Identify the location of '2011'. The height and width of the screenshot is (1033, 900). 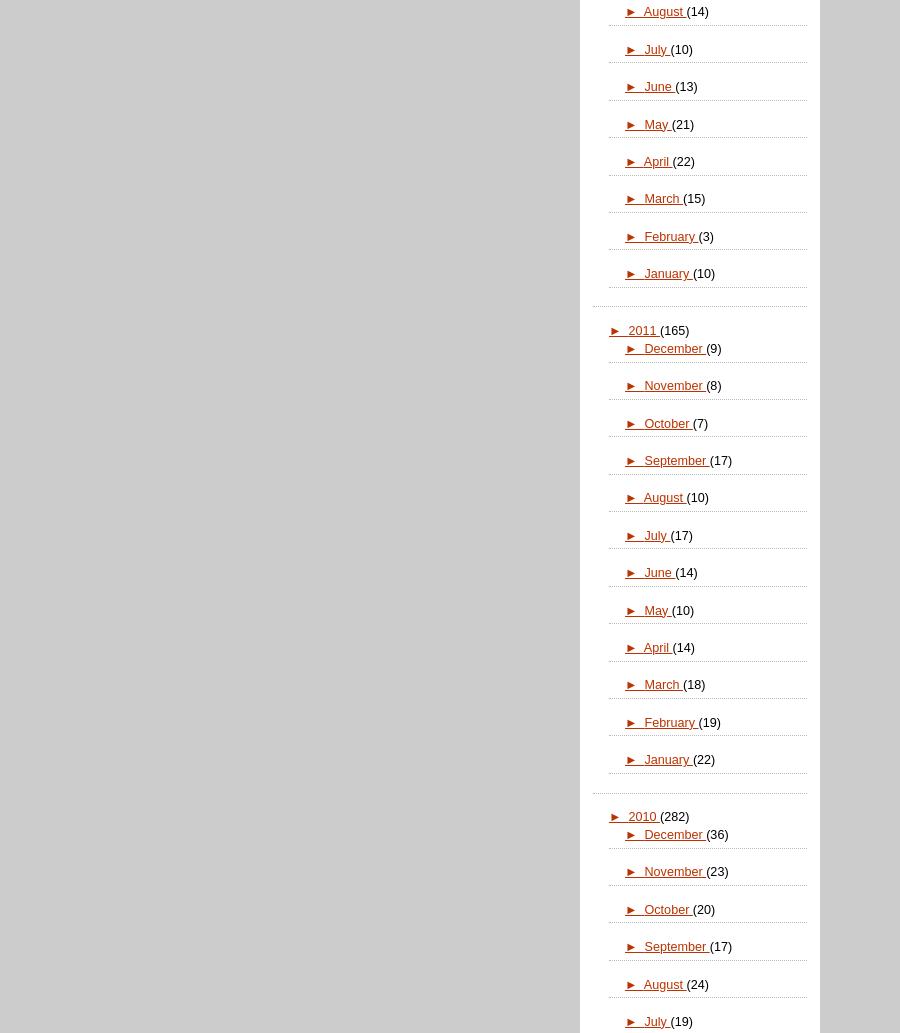
(644, 329).